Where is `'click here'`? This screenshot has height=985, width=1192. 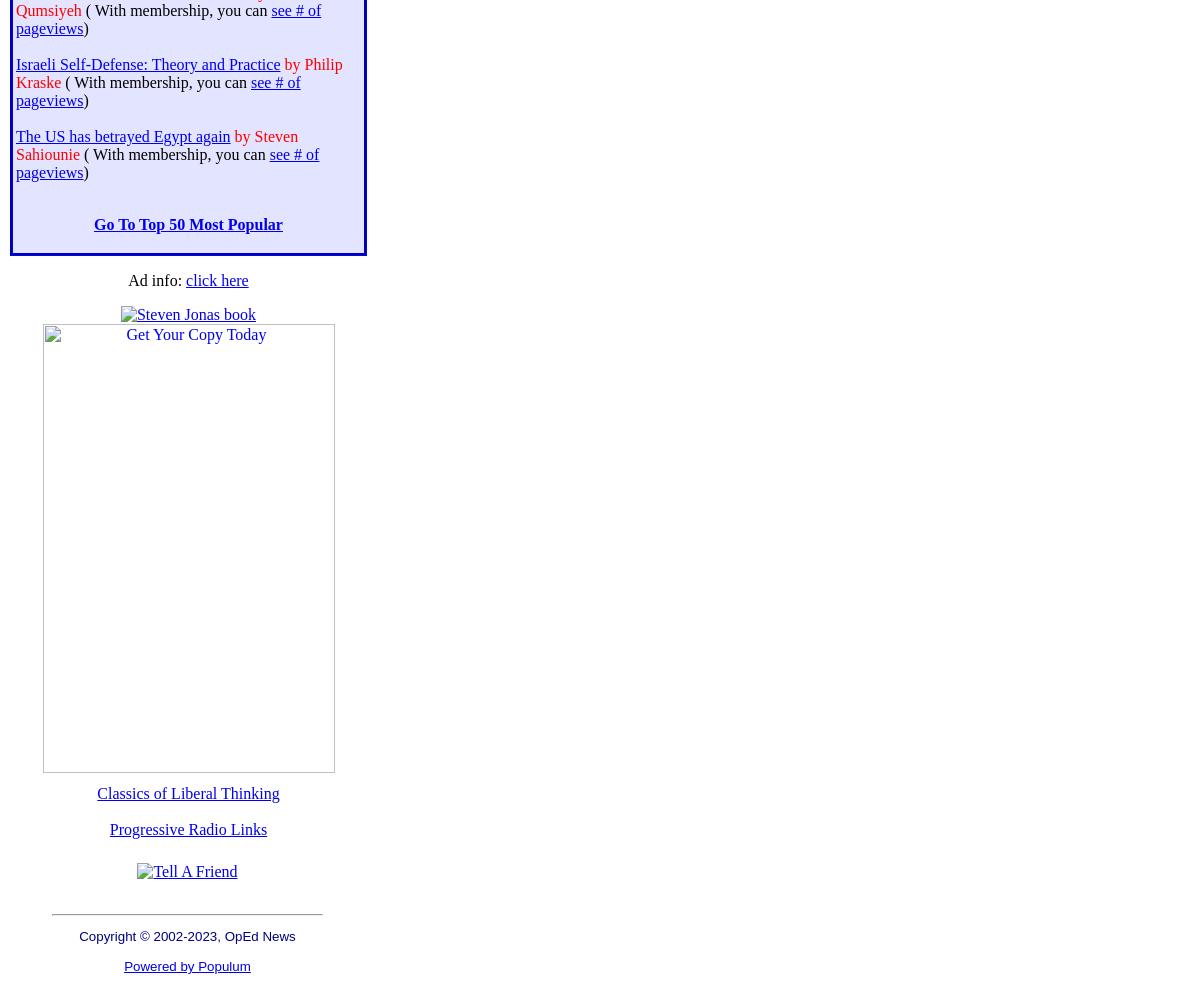 'click here' is located at coordinates (216, 279).